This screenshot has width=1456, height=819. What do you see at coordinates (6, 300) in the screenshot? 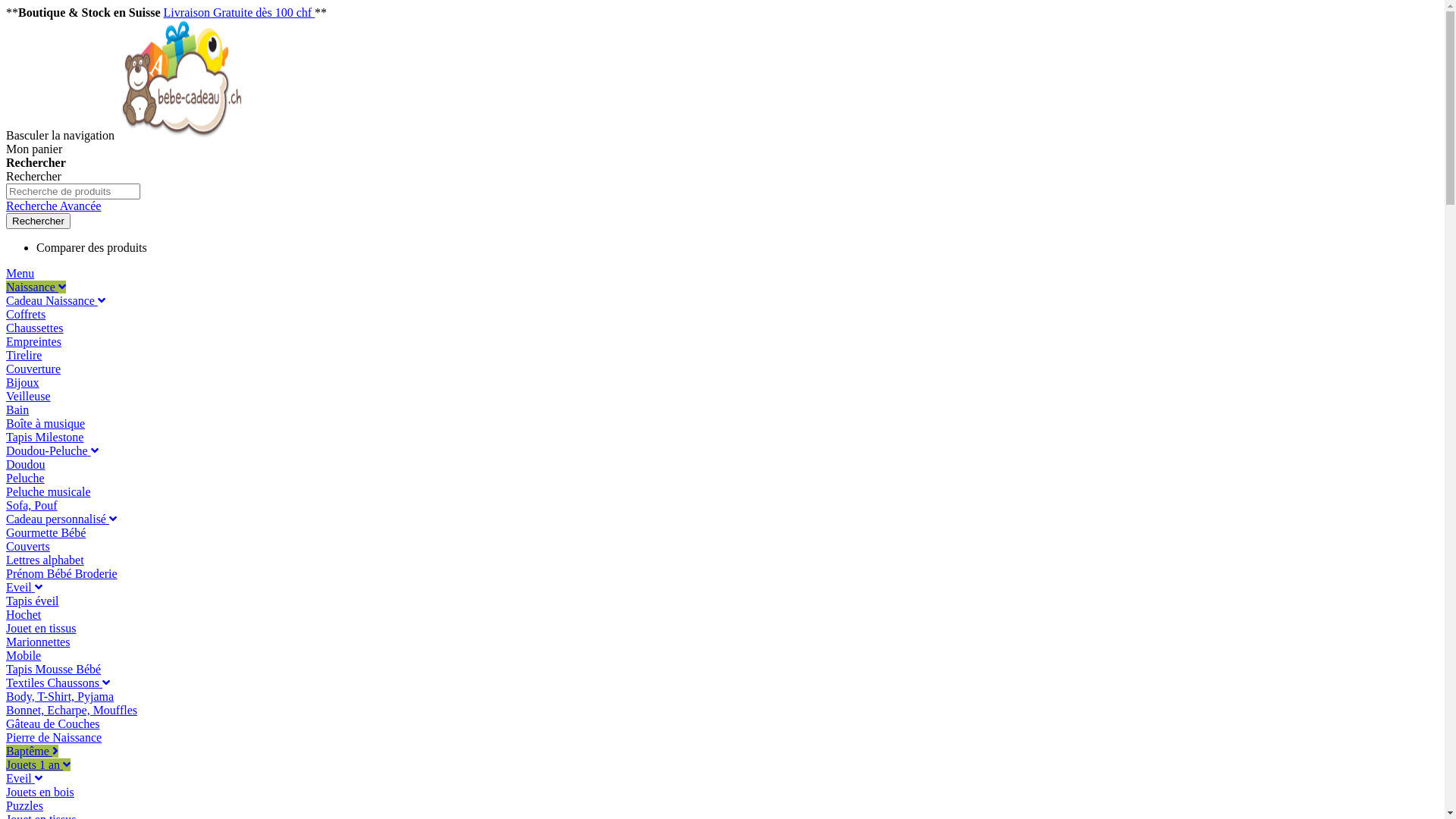
I see `'Cadeau Naissance'` at bounding box center [6, 300].